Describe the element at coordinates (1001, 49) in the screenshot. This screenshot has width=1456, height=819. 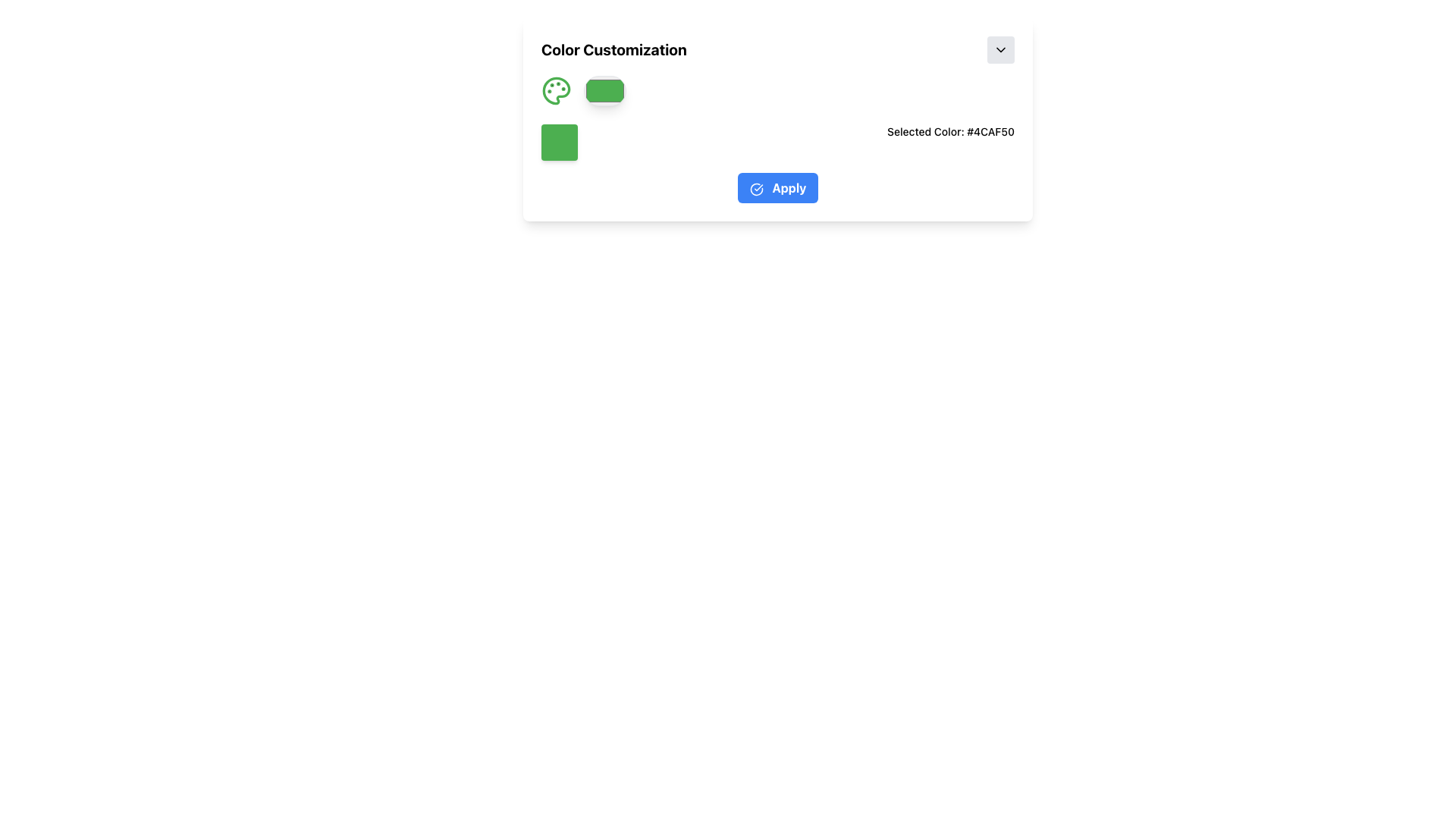
I see `the Dropdown Icon, a small downward-pointing chevron styled with a minimalist design located in the upper-right corner of the Color Customization panel` at that location.